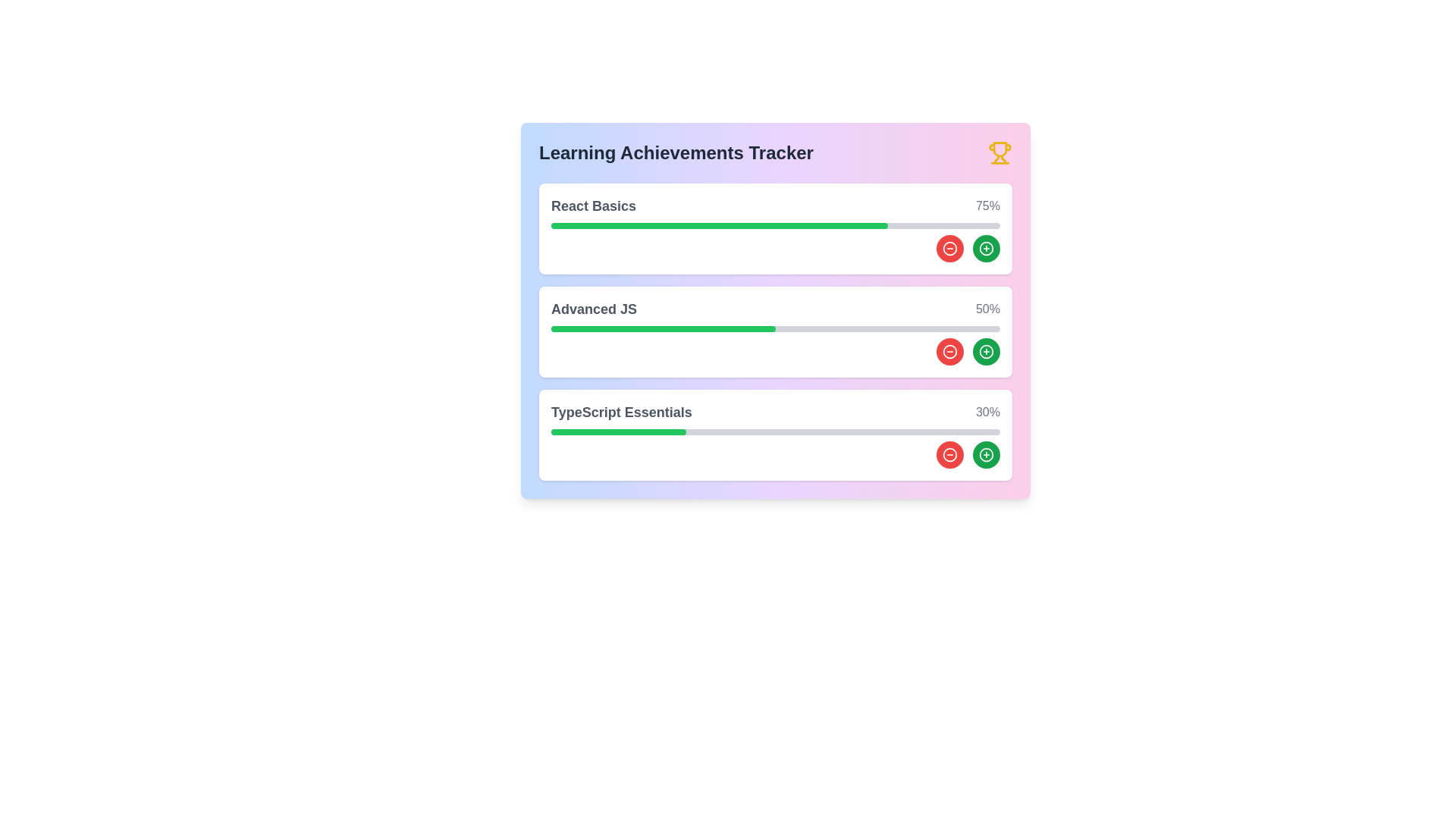  Describe the element at coordinates (987, 412) in the screenshot. I see `the static textual display indicating the progress percentage (30%) of the 'TypeScript Essentials' learning module, located adjacent to the progress bar` at that location.